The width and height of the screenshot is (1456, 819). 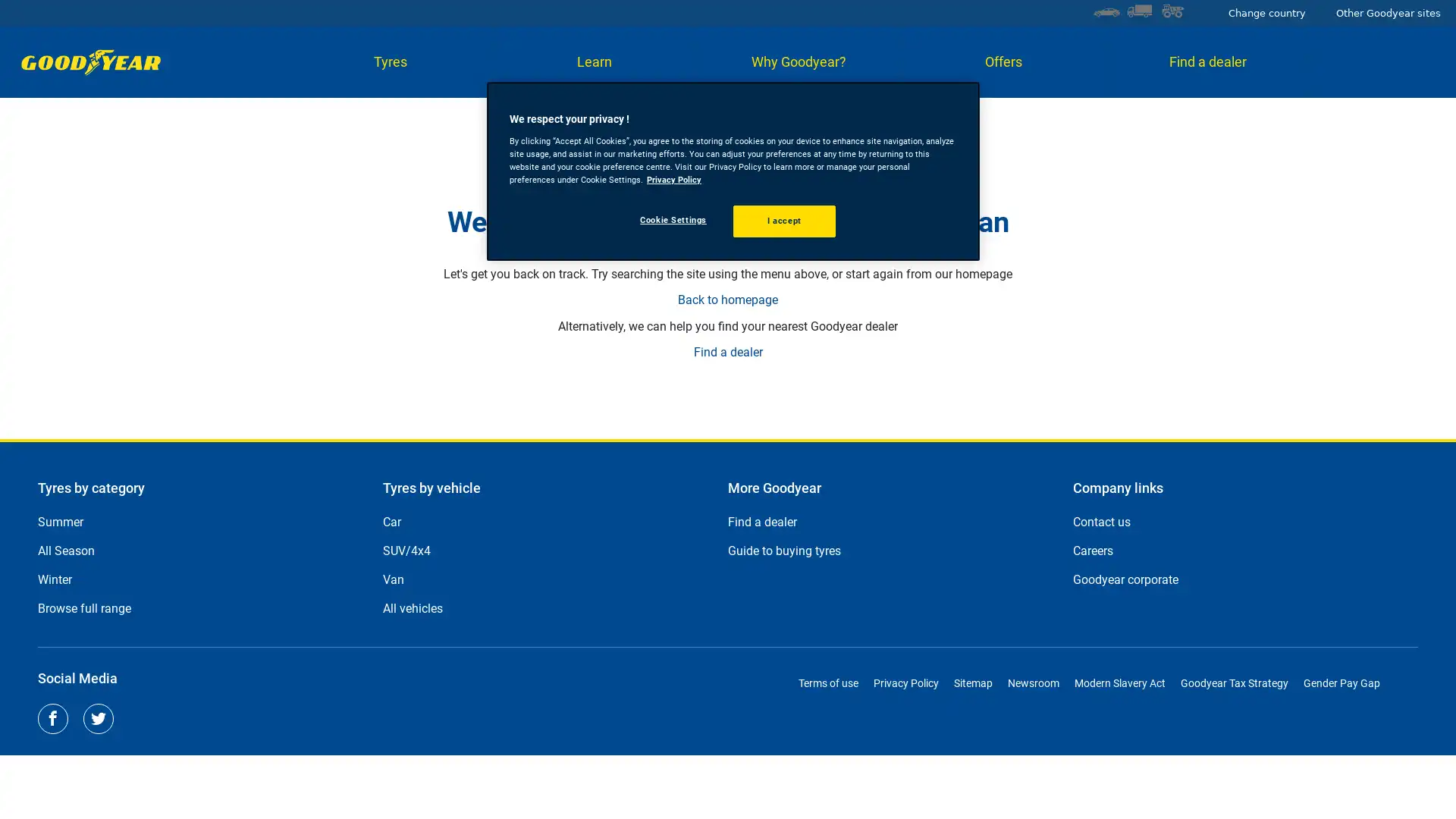 What do you see at coordinates (784, 220) in the screenshot?
I see `I accept` at bounding box center [784, 220].